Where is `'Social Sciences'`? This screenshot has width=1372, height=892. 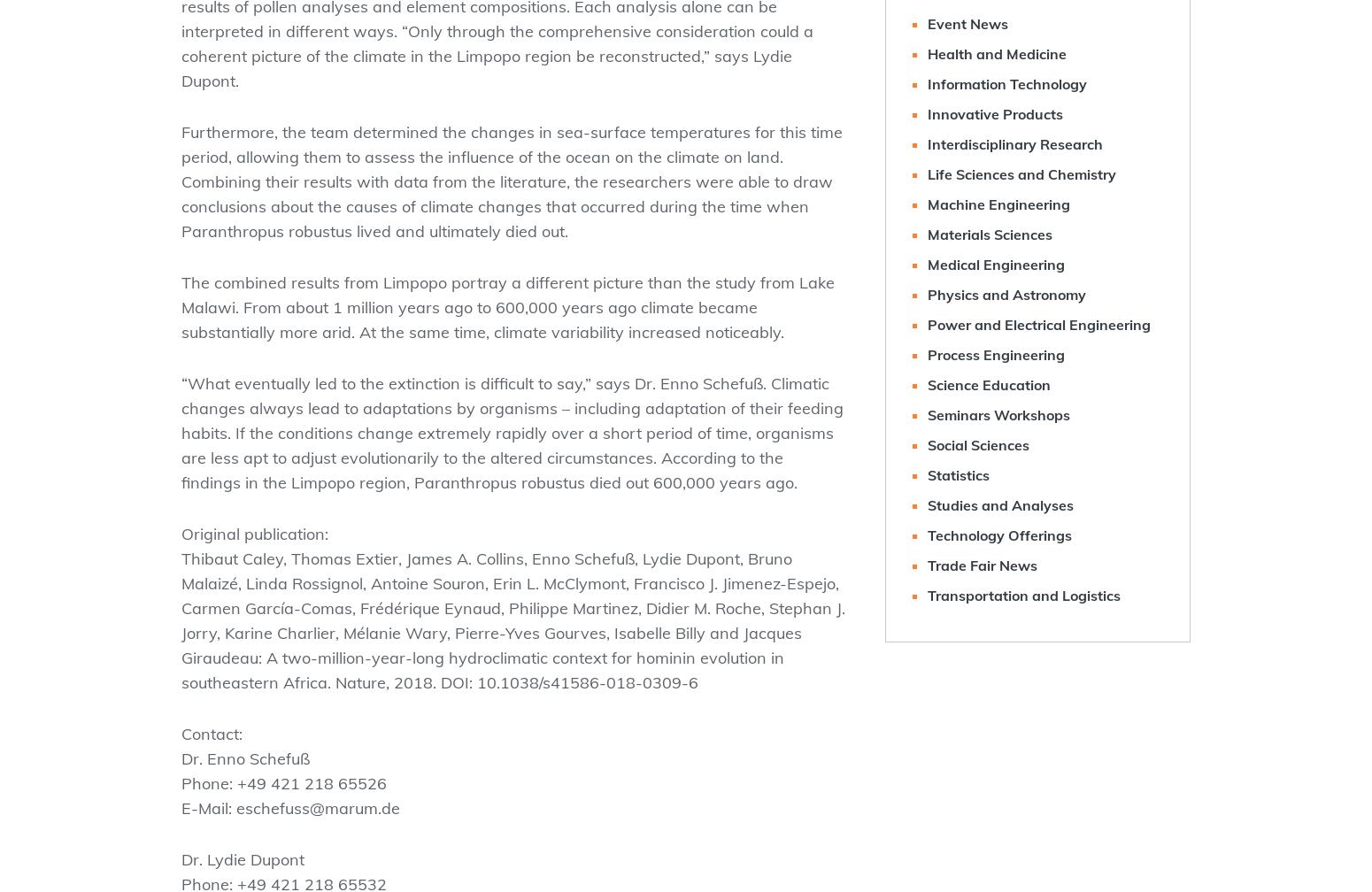 'Social Sciences' is located at coordinates (977, 444).